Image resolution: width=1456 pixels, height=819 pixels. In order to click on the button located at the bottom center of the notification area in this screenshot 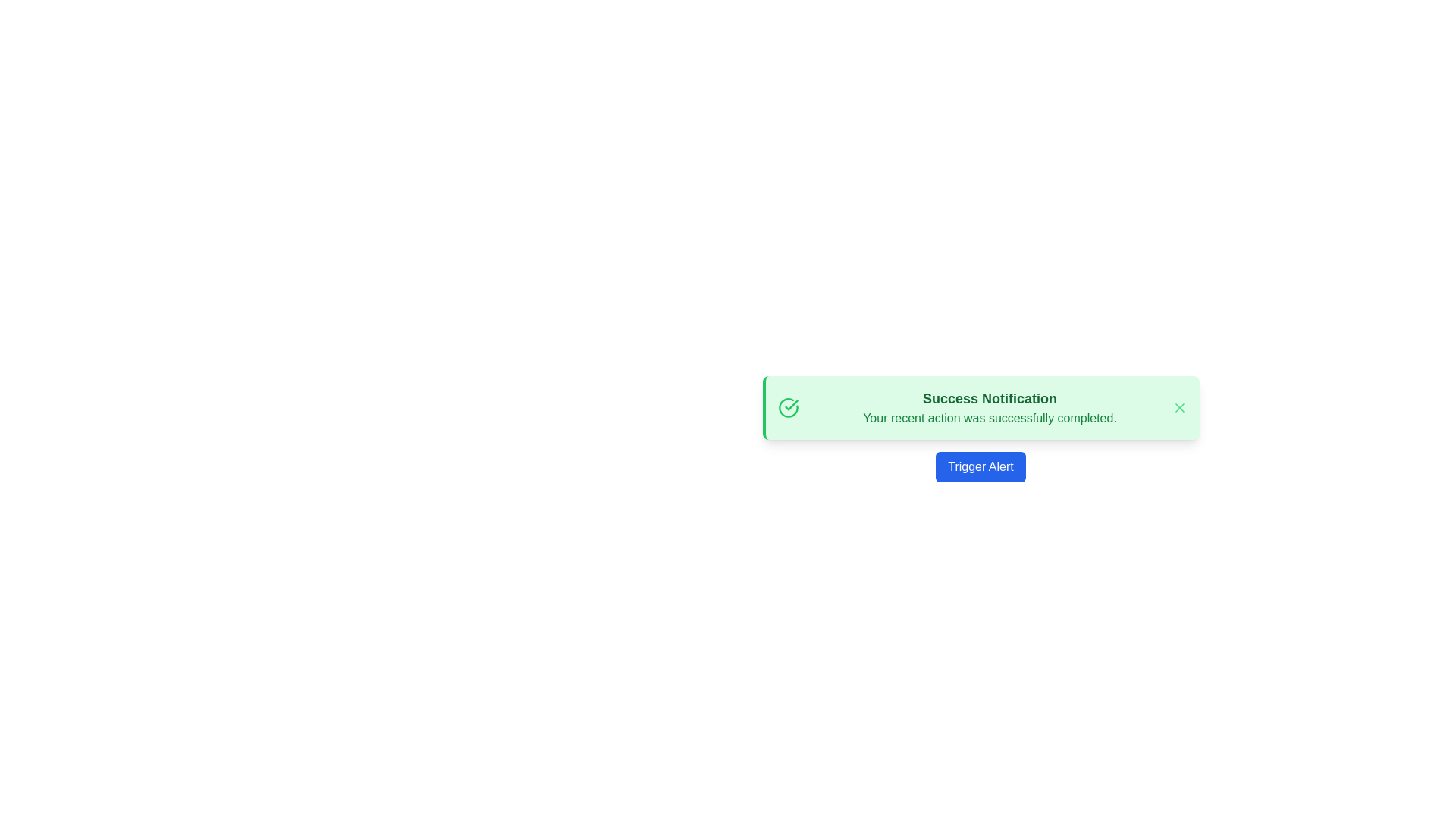, I will do `click(981, 466)`.